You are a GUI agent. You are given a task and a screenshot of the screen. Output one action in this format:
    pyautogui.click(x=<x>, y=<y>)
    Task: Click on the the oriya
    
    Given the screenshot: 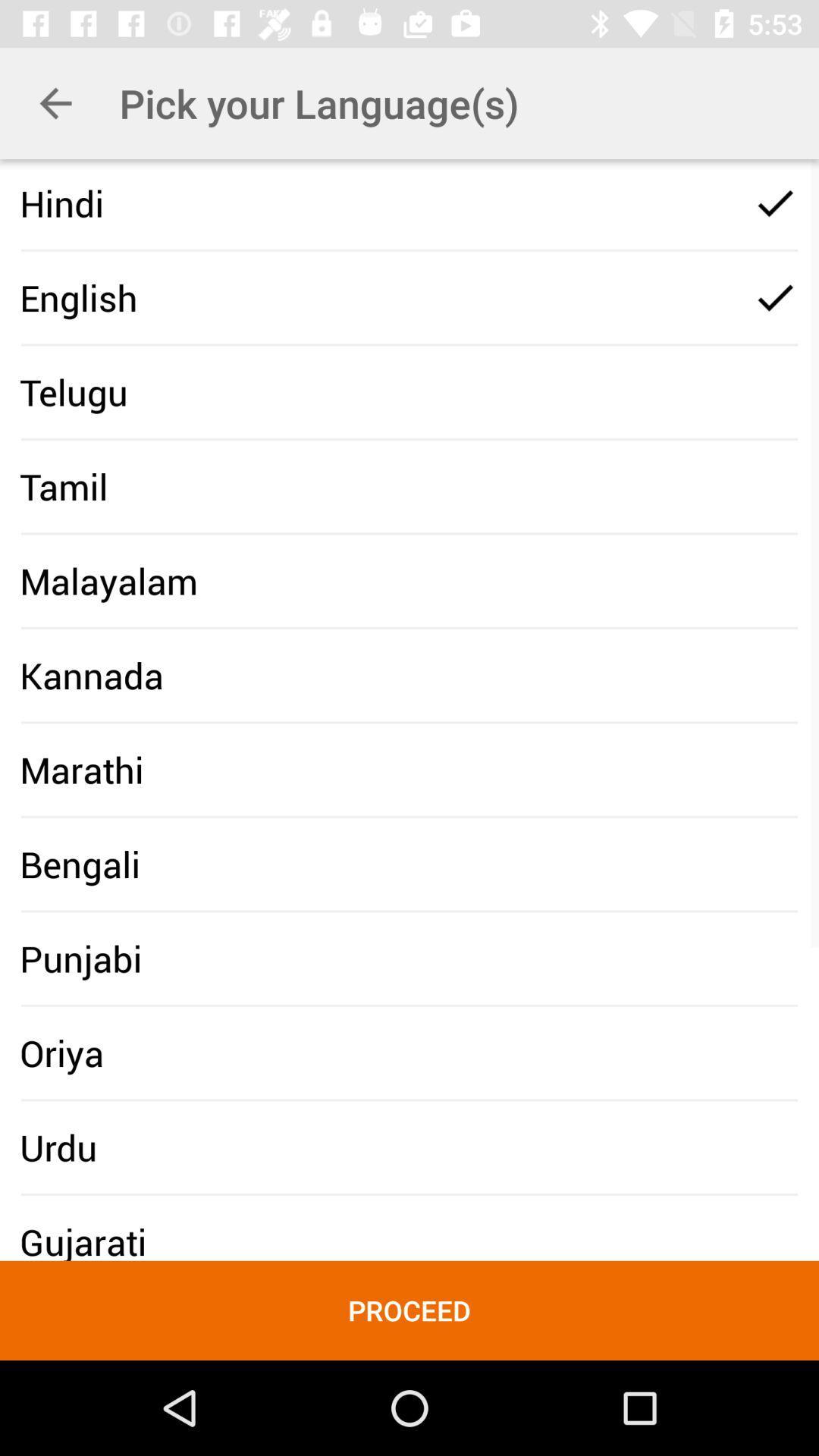 What is the action you would take?
    pyautogui.click(x=61, y=1052)
    